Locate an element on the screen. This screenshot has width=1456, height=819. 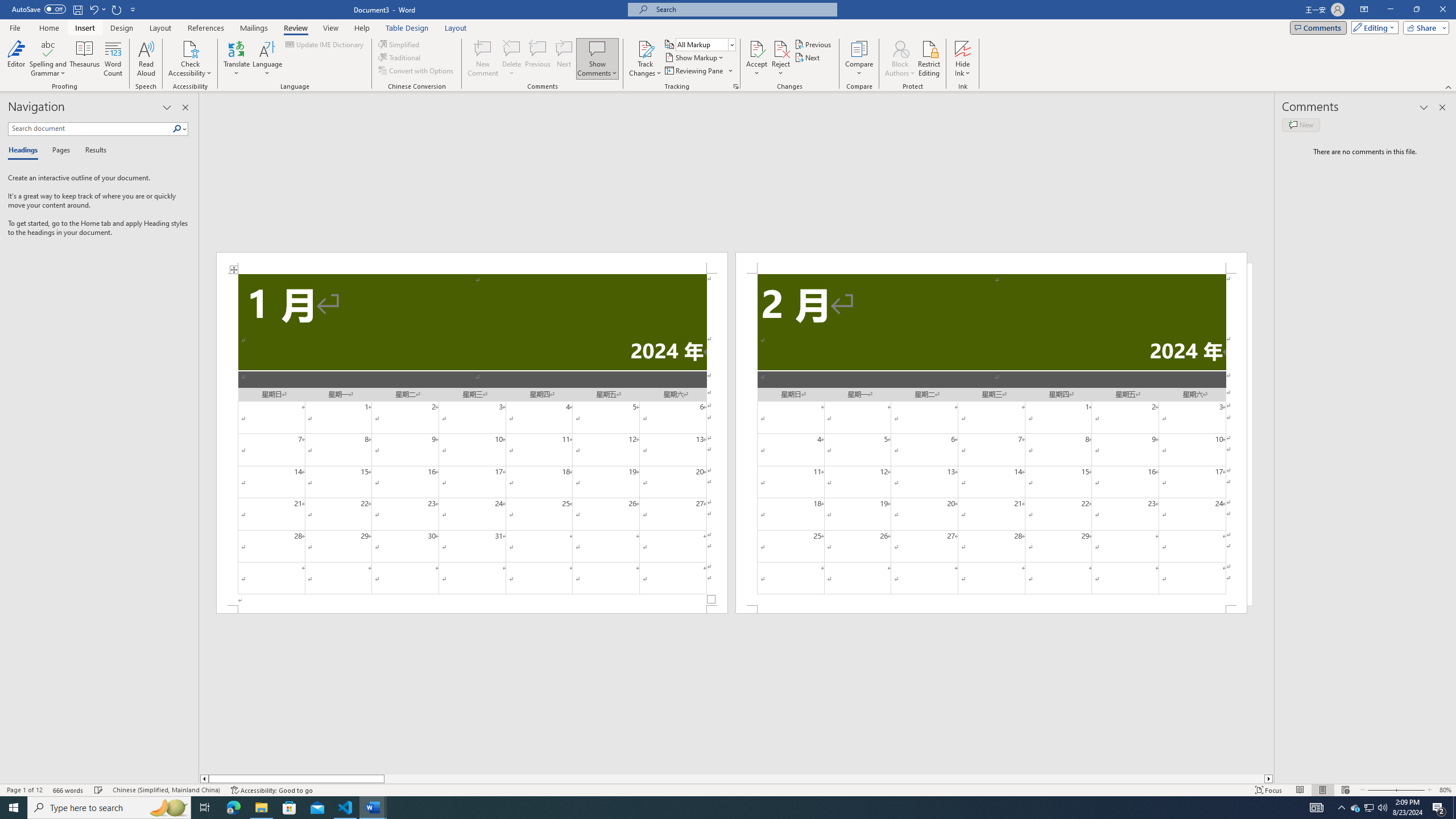
'Reviewing Pane' is located at coordinates (698, 69).